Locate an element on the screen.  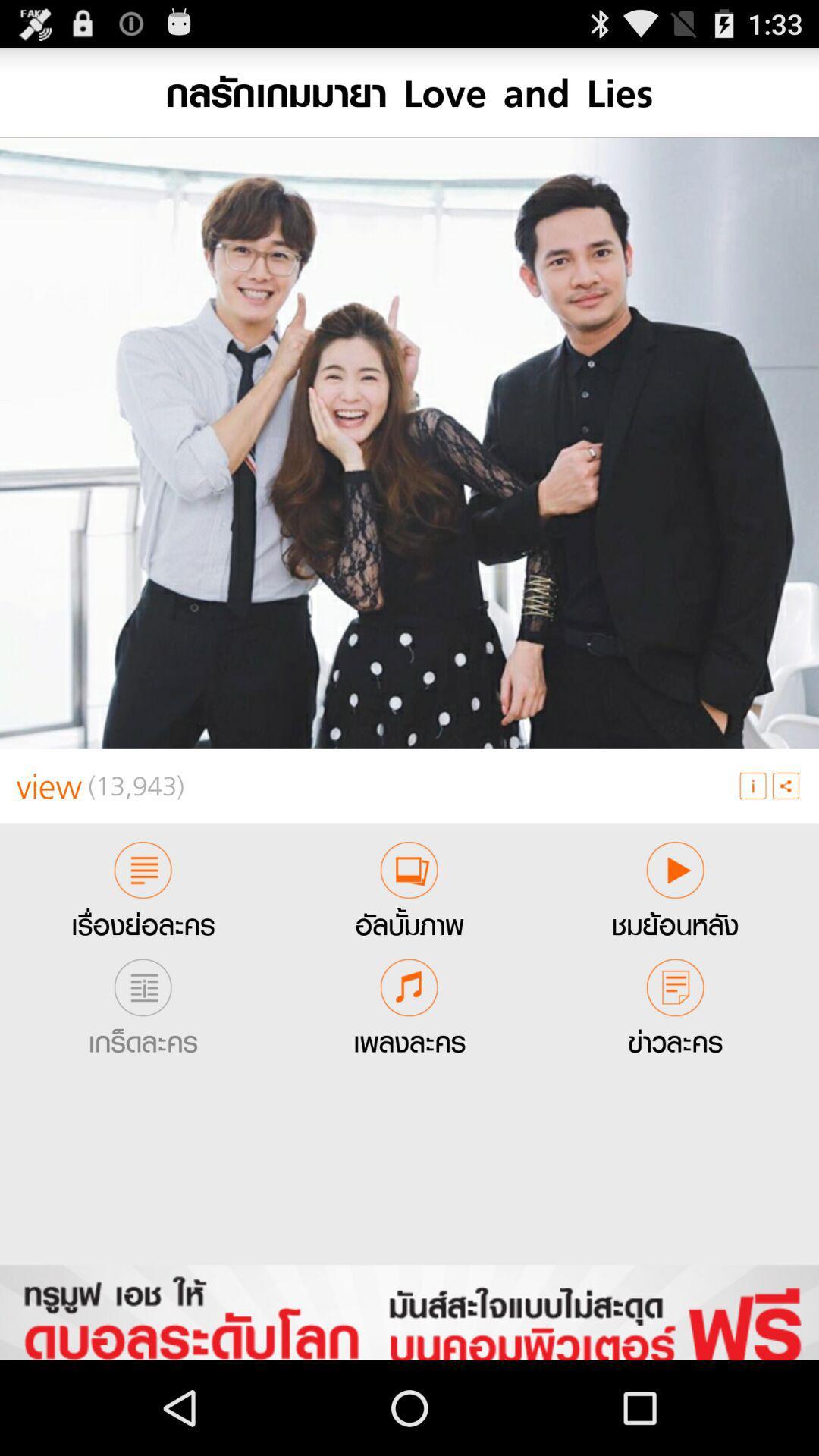
the info icon is located at coordinates (752, 840).